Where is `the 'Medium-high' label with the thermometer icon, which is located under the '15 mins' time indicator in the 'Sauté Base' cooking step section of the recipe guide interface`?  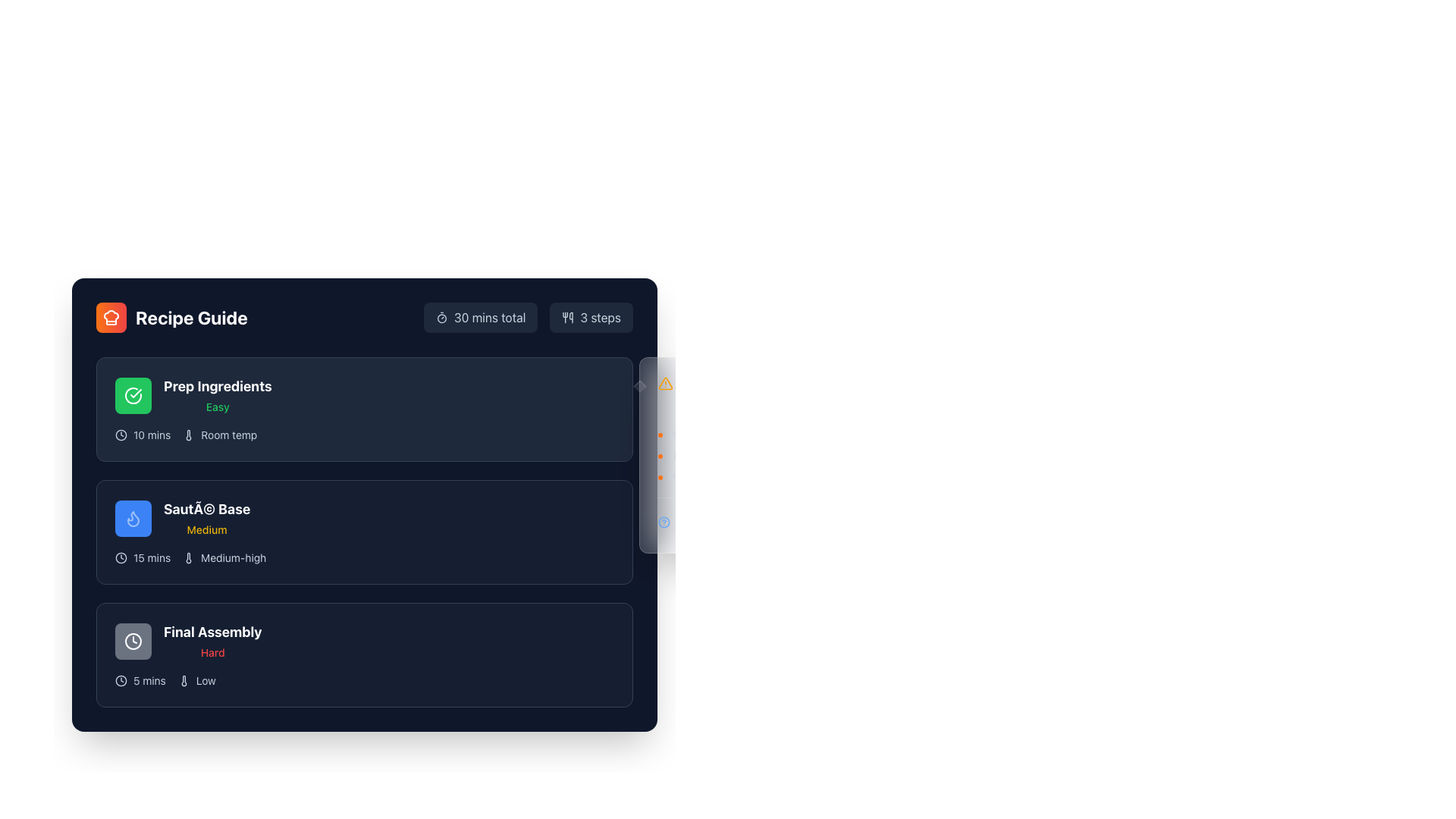 the 'Medium-high' label with the thermometer icon, which is located under the '15 mins' time indicator in the 'Sauté Base' cooking step section of the recipe guide interface is located at coordinates (224, 558).